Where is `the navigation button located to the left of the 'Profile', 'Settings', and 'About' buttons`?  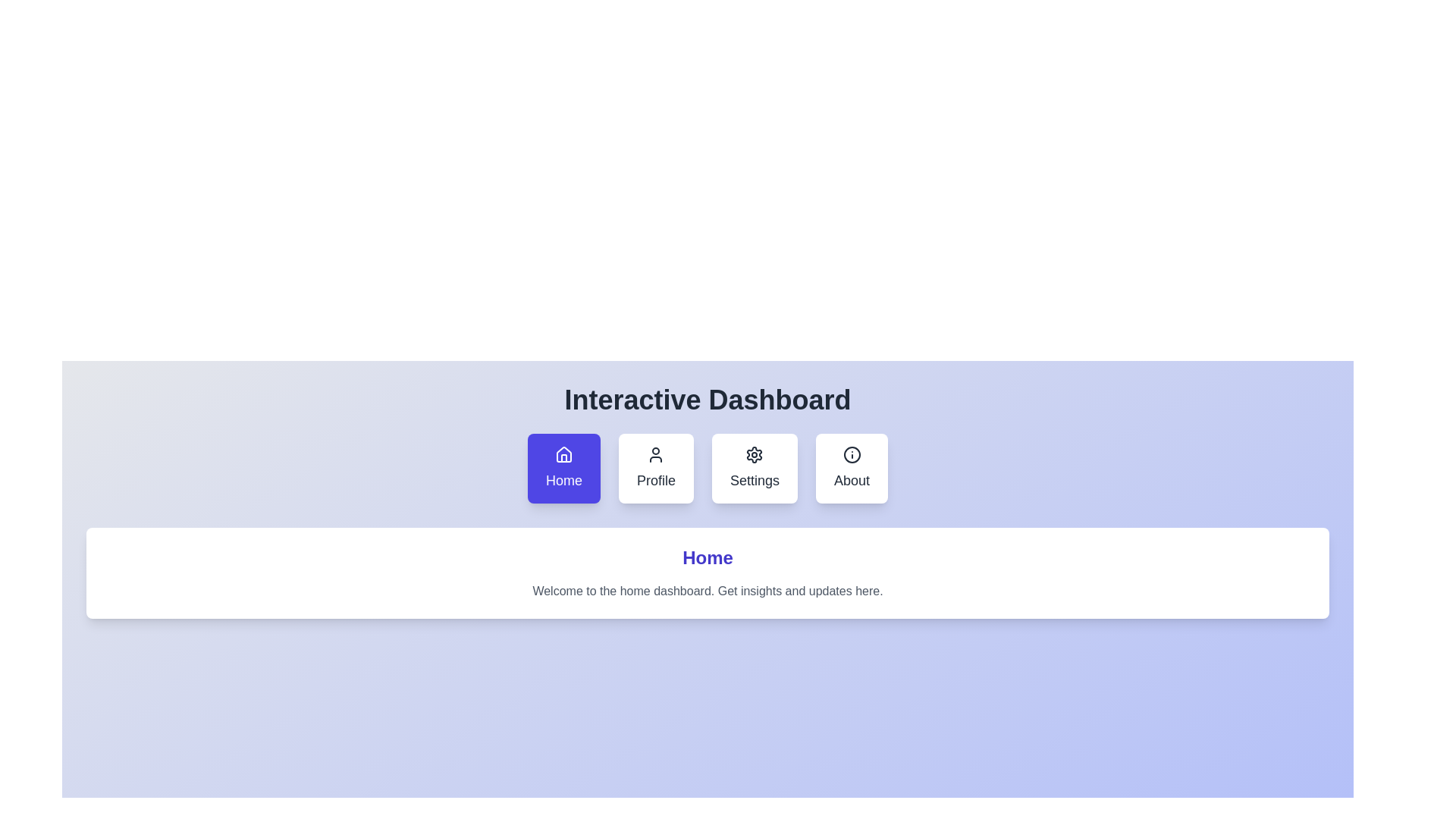 the navigation button located to the left of the 'Profile', 'Settings', and 'About' buttons is located at coordinates (563, 467).